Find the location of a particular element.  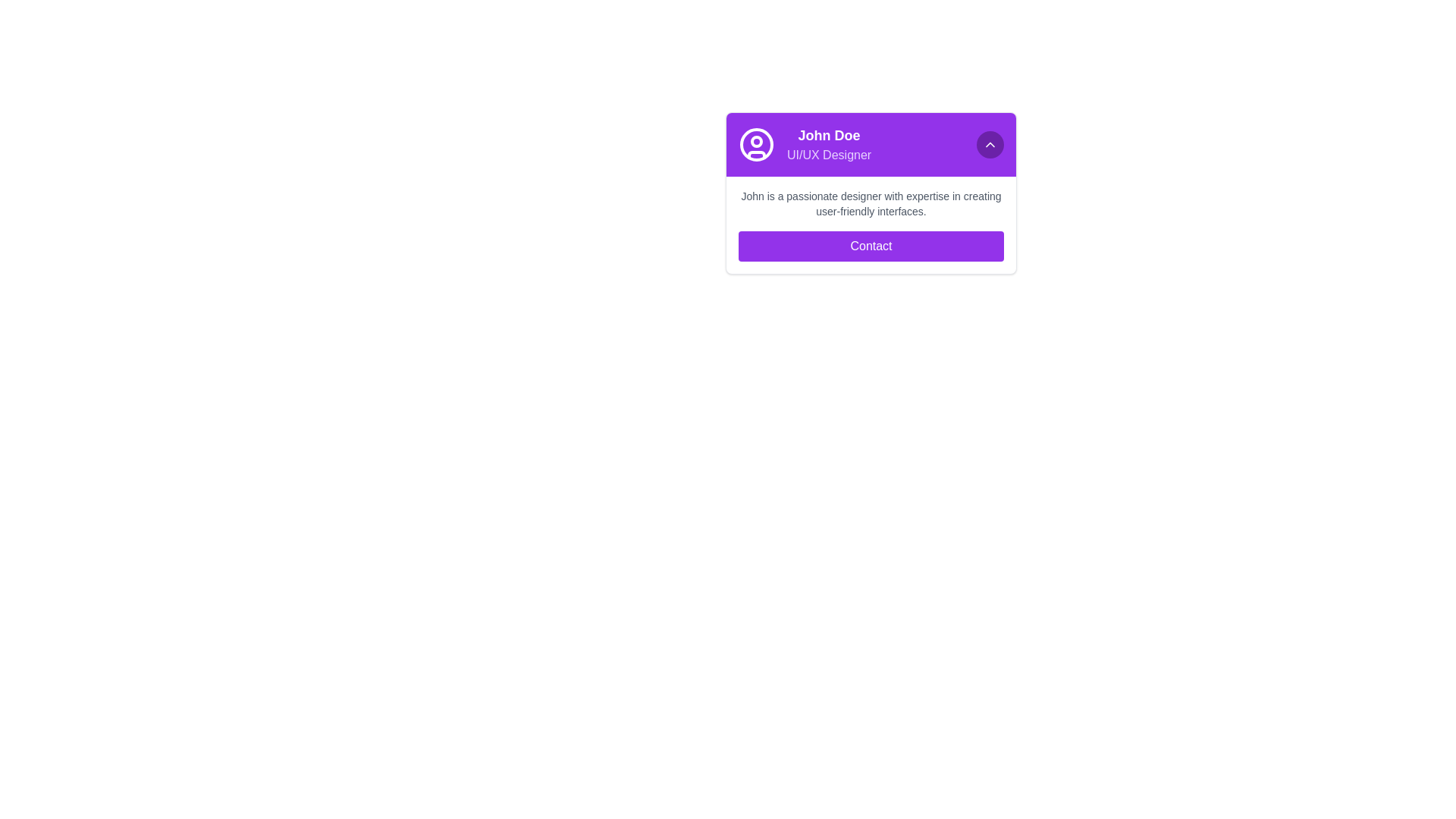

the Text Label that displays the individual's name in the card header, located above the text 'UI/UX Designer' is located at coordinates (828, 134).